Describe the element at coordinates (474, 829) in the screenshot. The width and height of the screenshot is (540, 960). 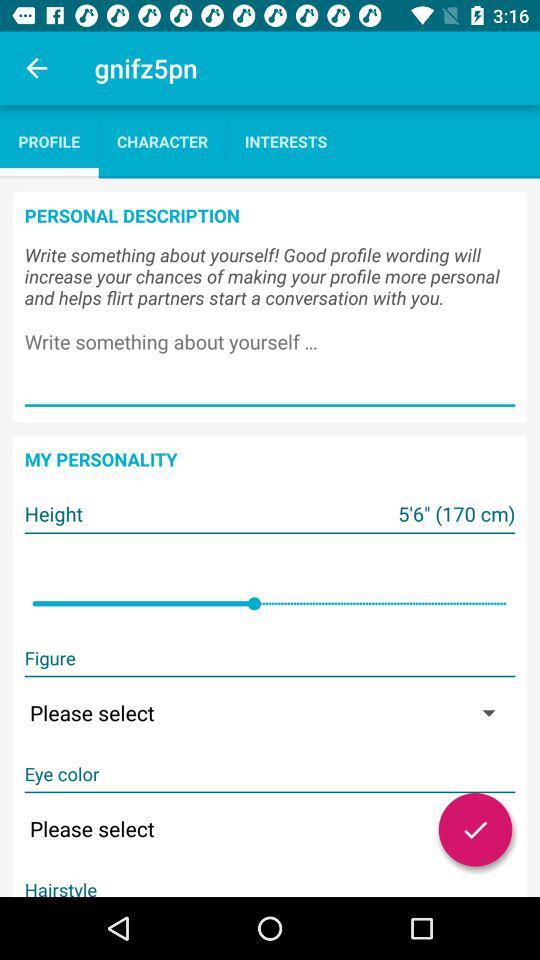
I see `the check icon` at that location.